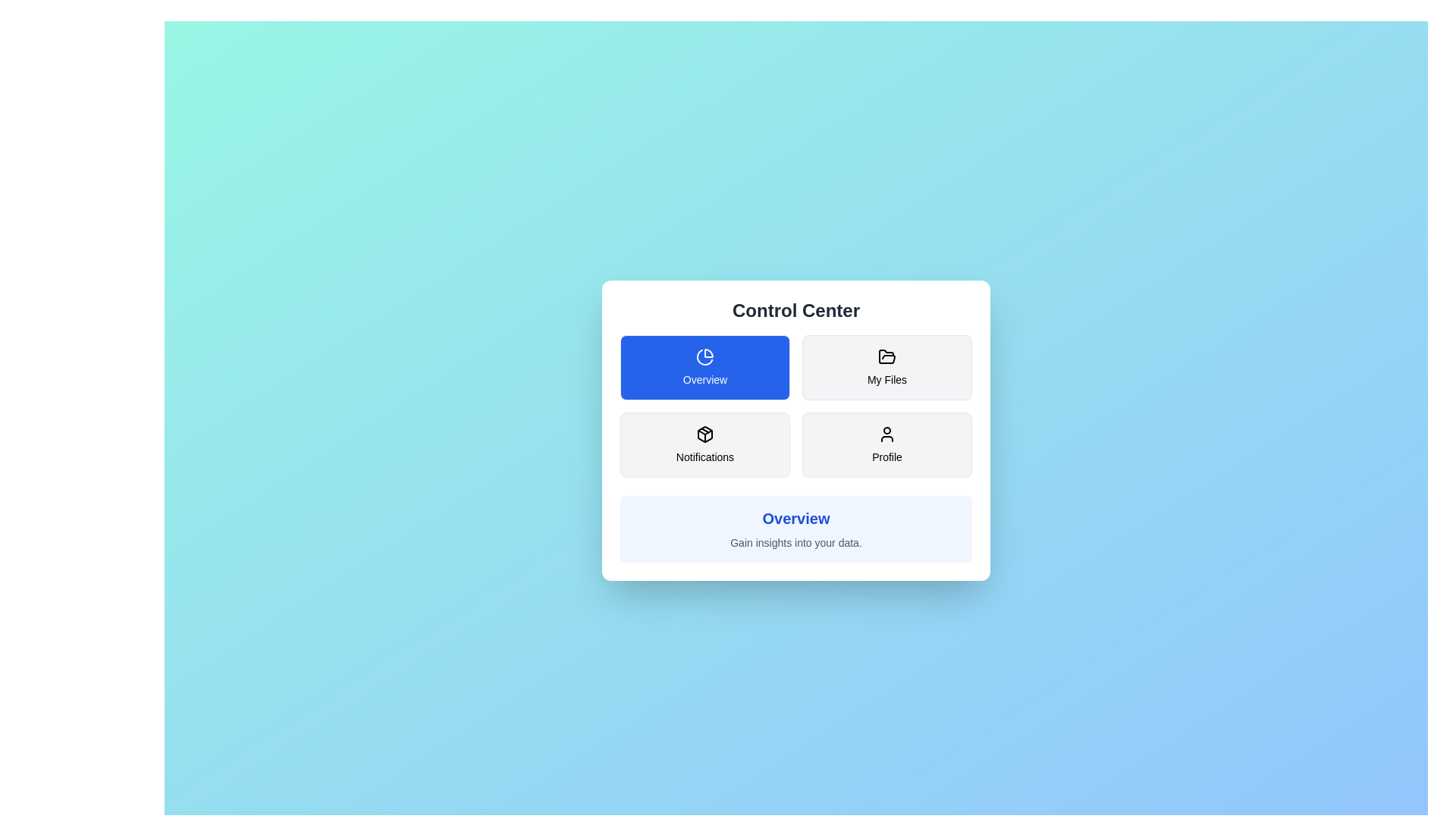  I want to click on the button corresponding to the section Profile, so click(887, 444).